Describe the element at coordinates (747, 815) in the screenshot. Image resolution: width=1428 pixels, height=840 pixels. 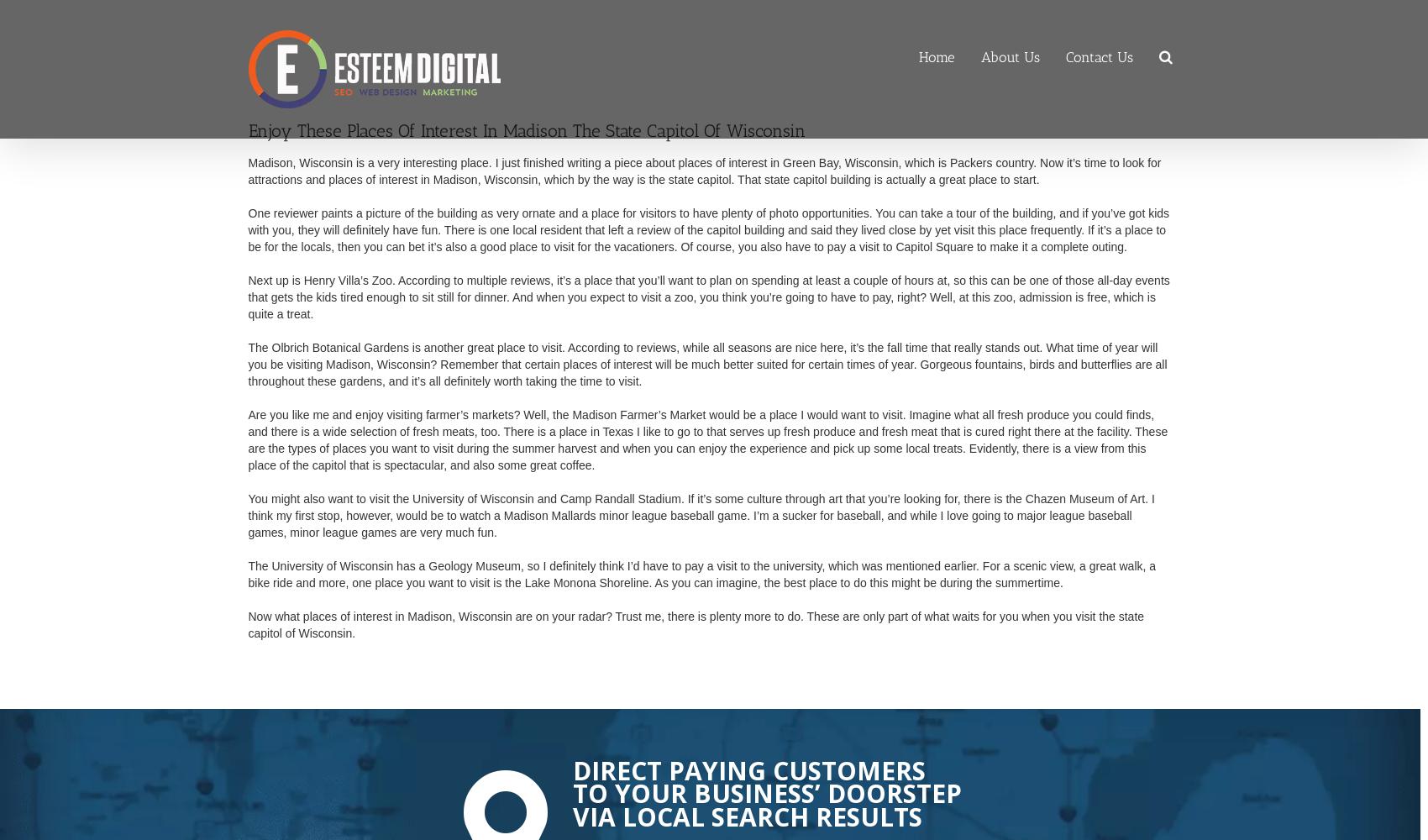
I see `'Via Local Search Results'` at that location.